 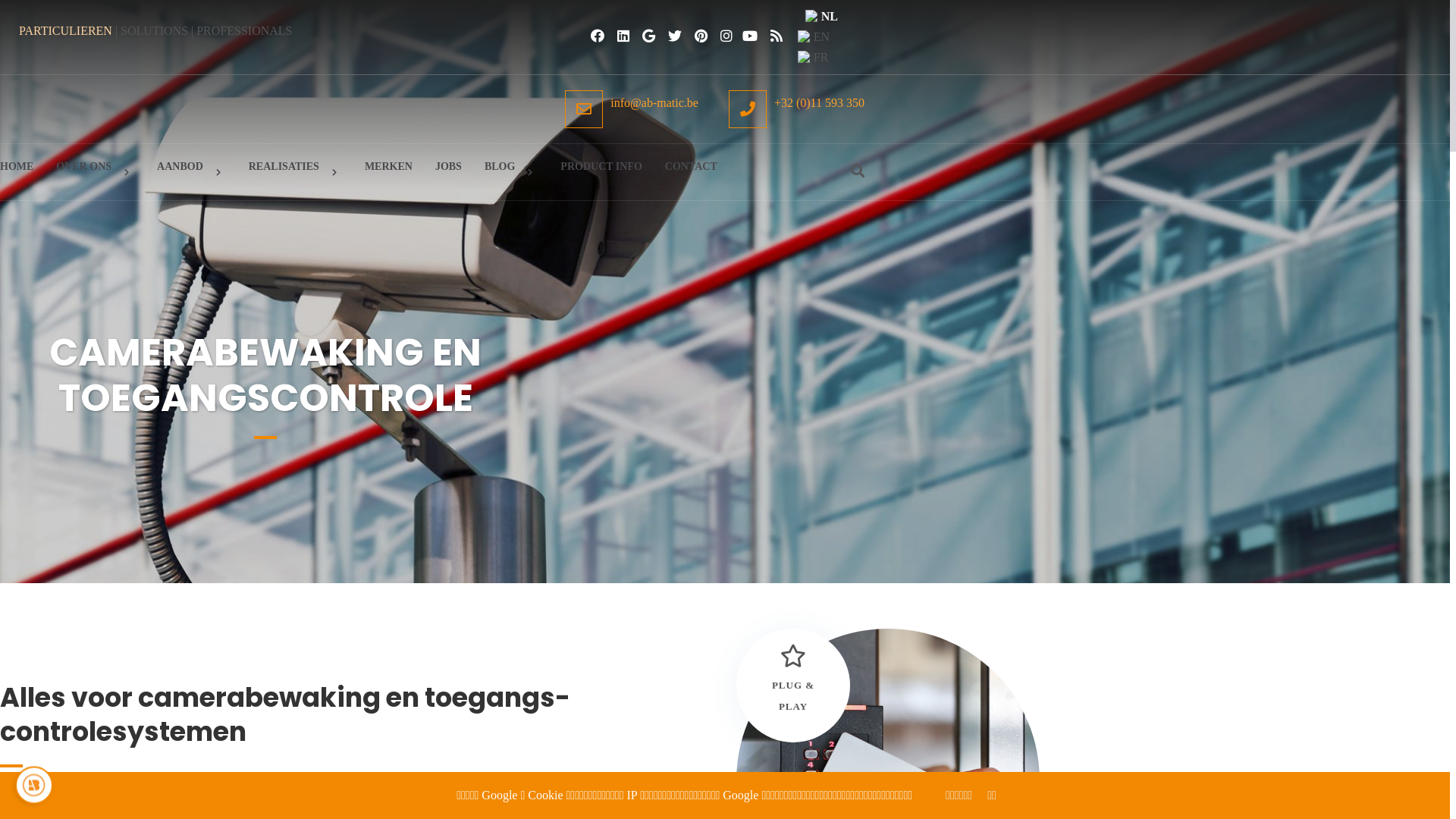 I want to click on 'BLOG', so click(x=510, y=171).